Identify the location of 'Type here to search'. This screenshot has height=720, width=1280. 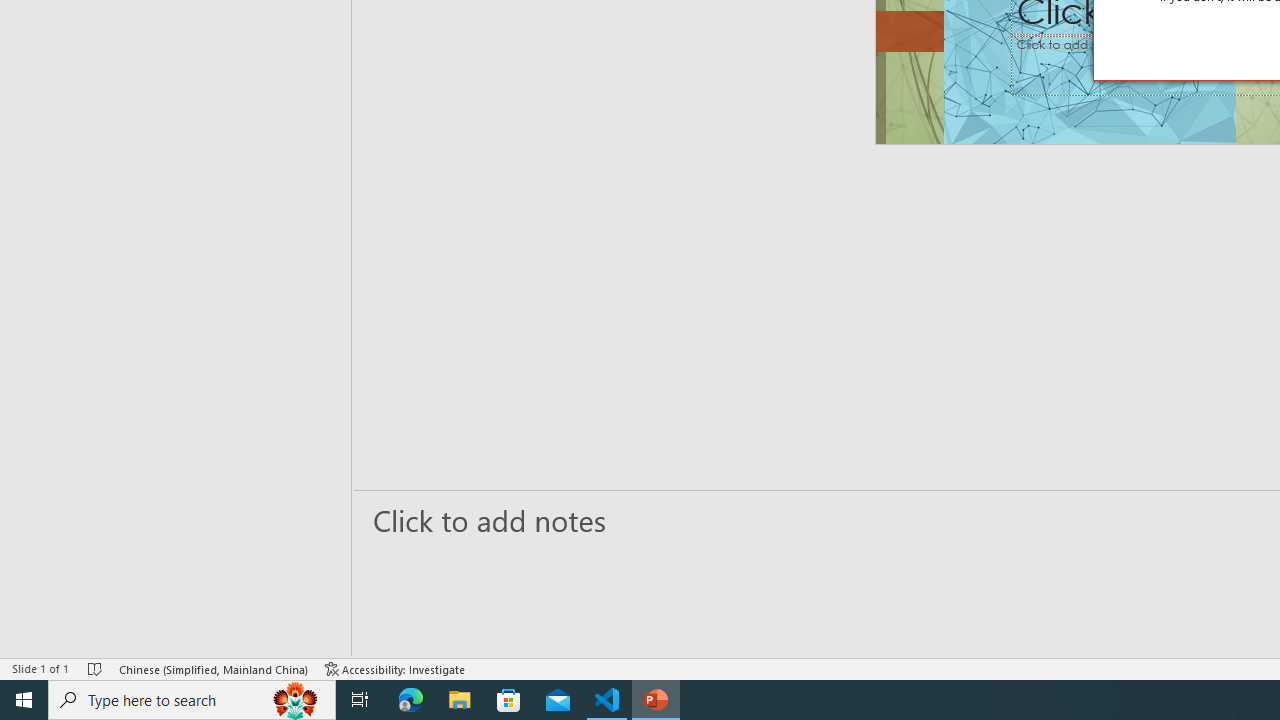
(192, 698).